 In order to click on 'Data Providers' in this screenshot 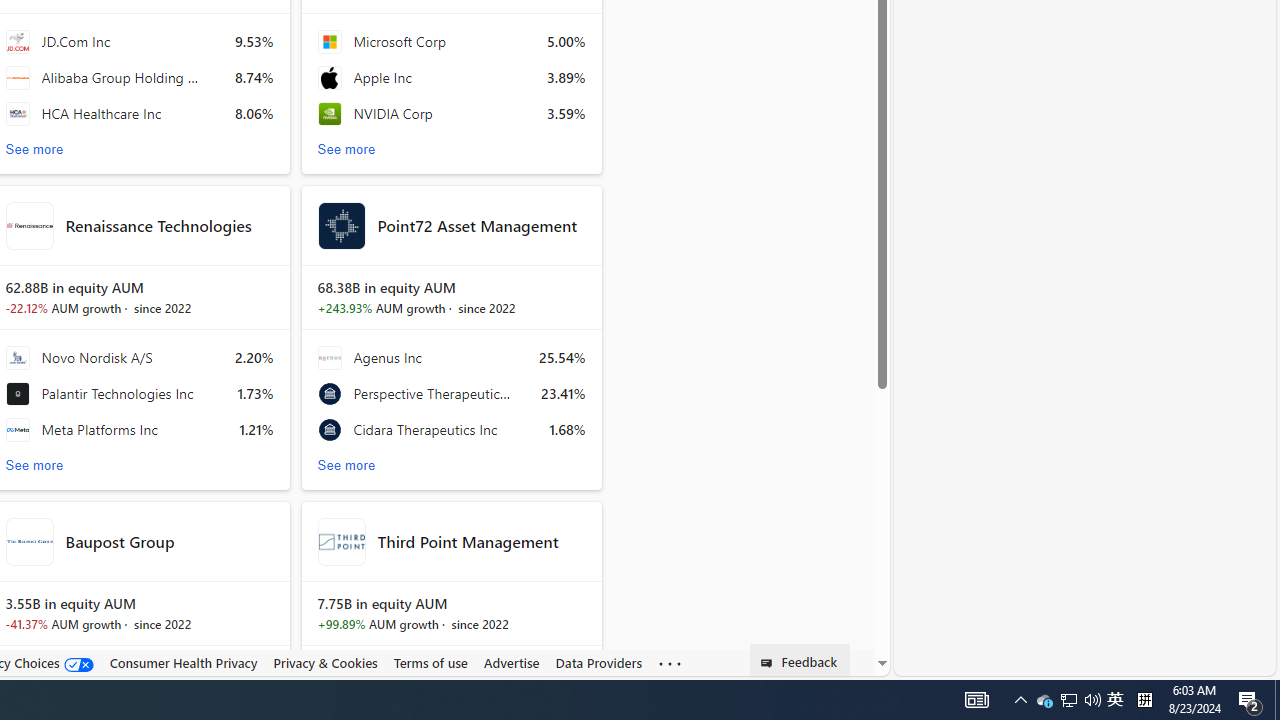, I will do `click(598, 662)`.